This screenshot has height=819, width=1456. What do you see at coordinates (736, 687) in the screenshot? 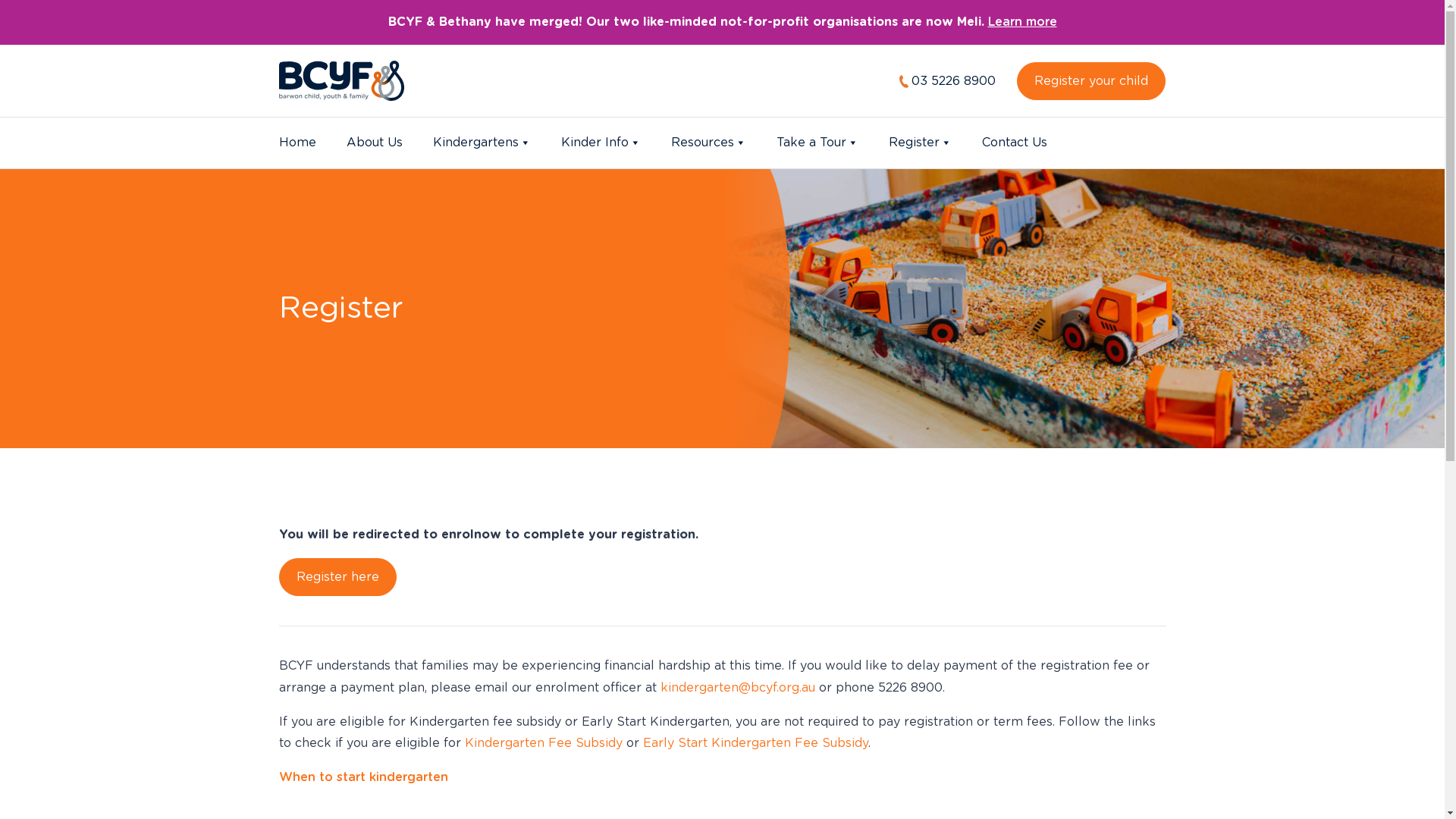
I see `'kindergarten@bcyf.org.au'` at bounding box center [736, 687].